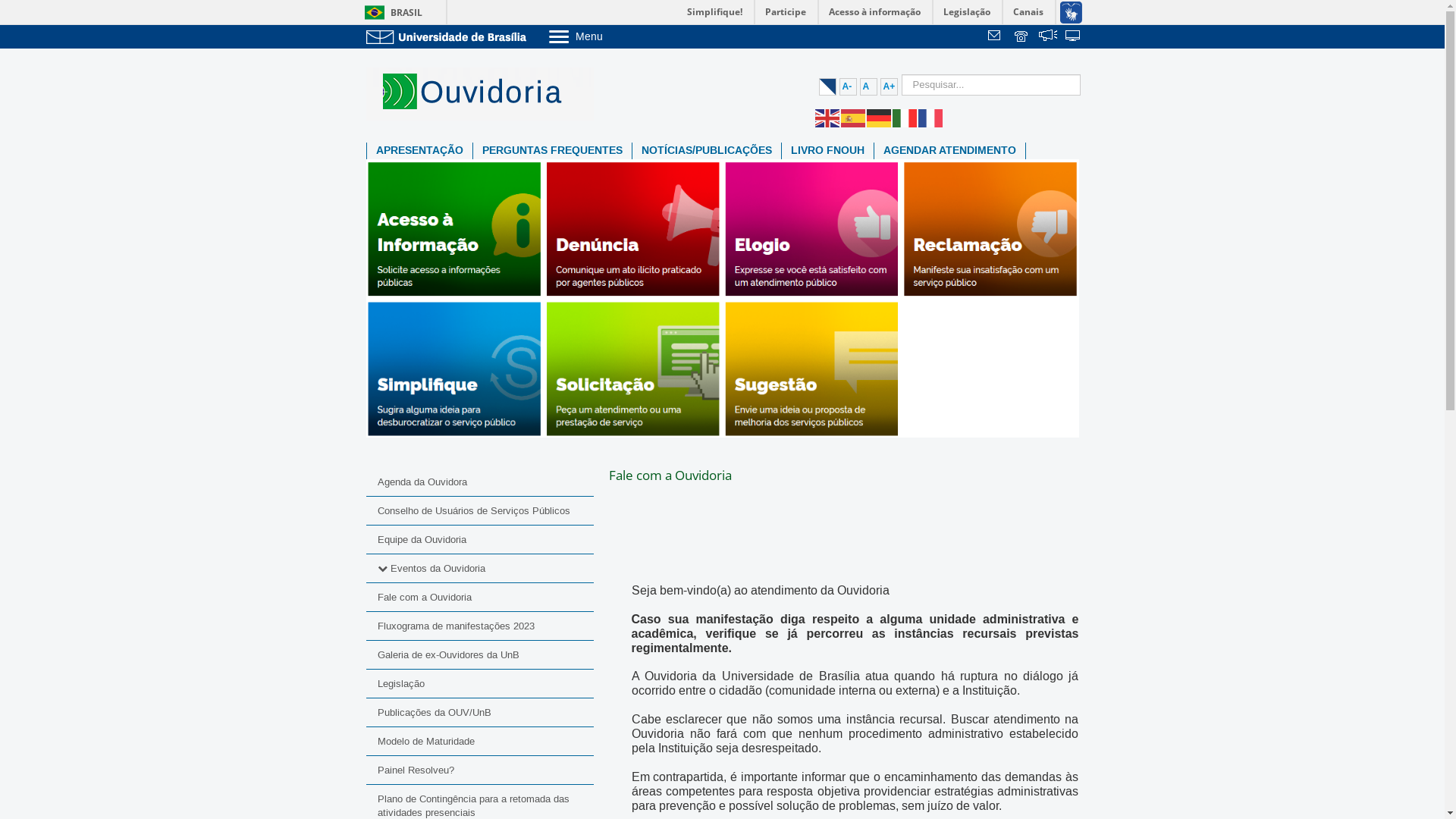 The image size is (1456, 819). Describe the element at coordinates (905, 116) in the screenshot. I see `'Italiano'` at that location.